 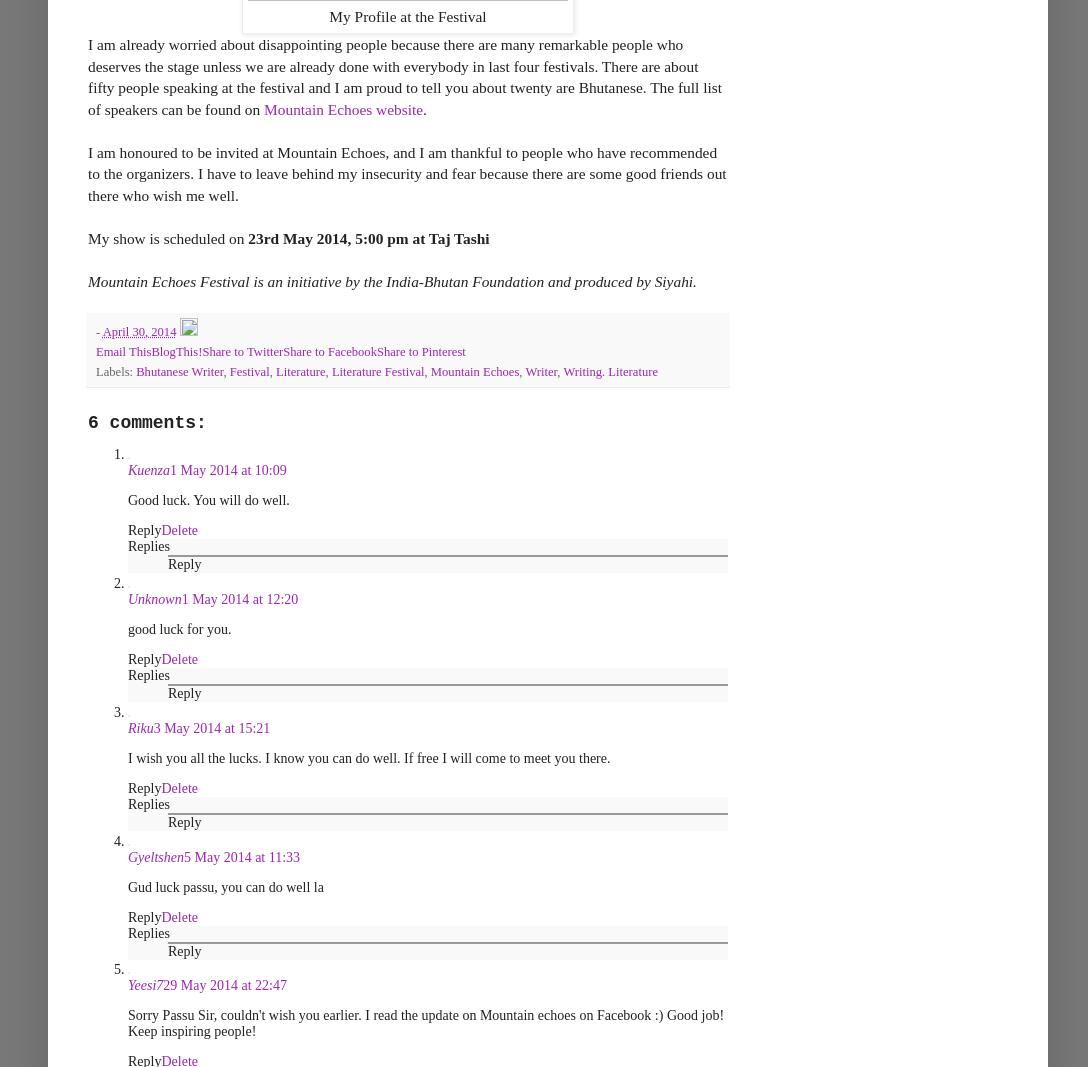 I want to click on '1 May 2014 at 10:09', so click(x=227, y=469).